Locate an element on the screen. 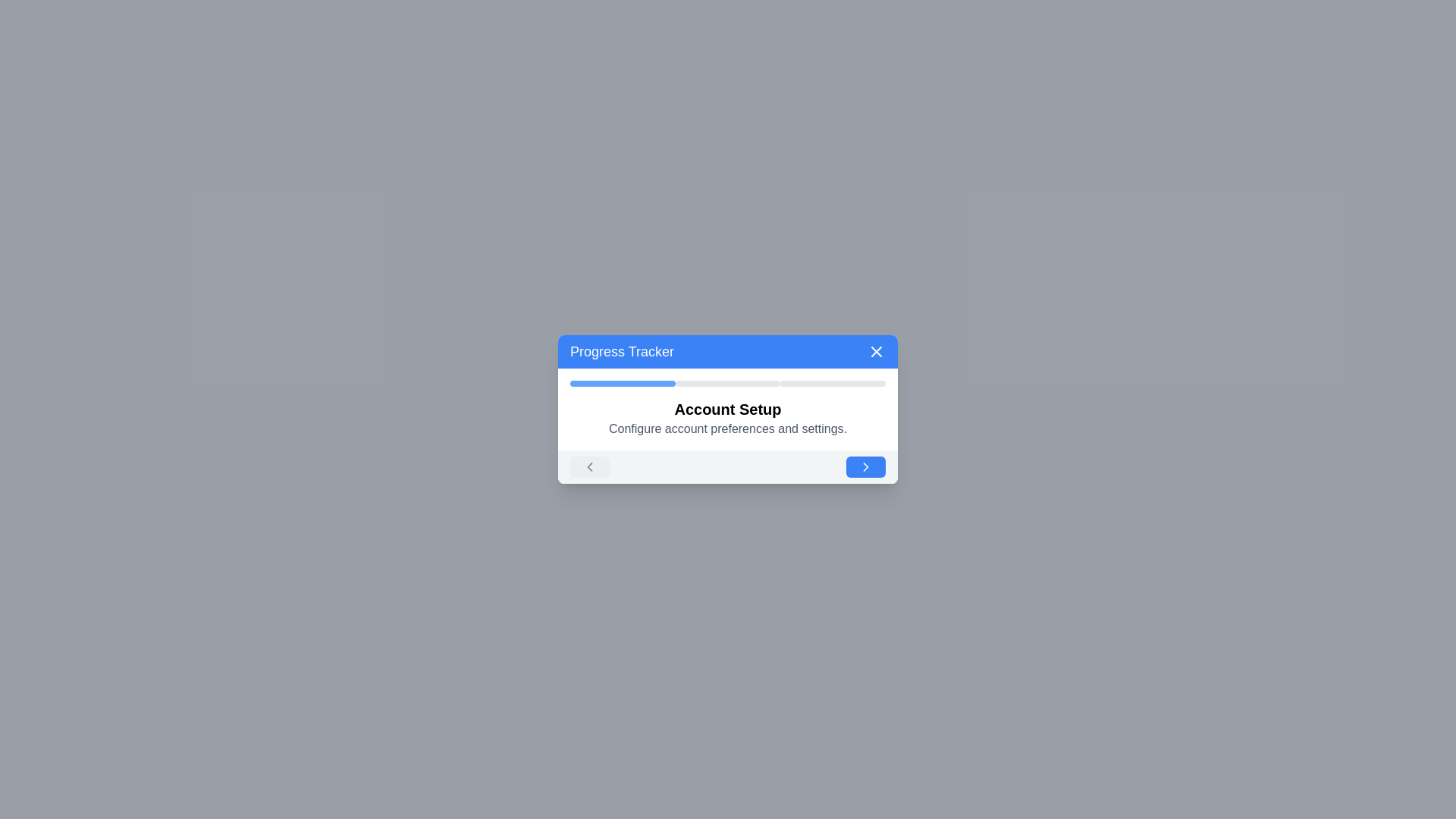 Image resolution: width=1456 pixels, height=819 pixels. the forward action arrow icon styled as a chevron pointing to the right, located within a blue button at the bottom right corner of the modal dialog is located at coordinates (866, 466).